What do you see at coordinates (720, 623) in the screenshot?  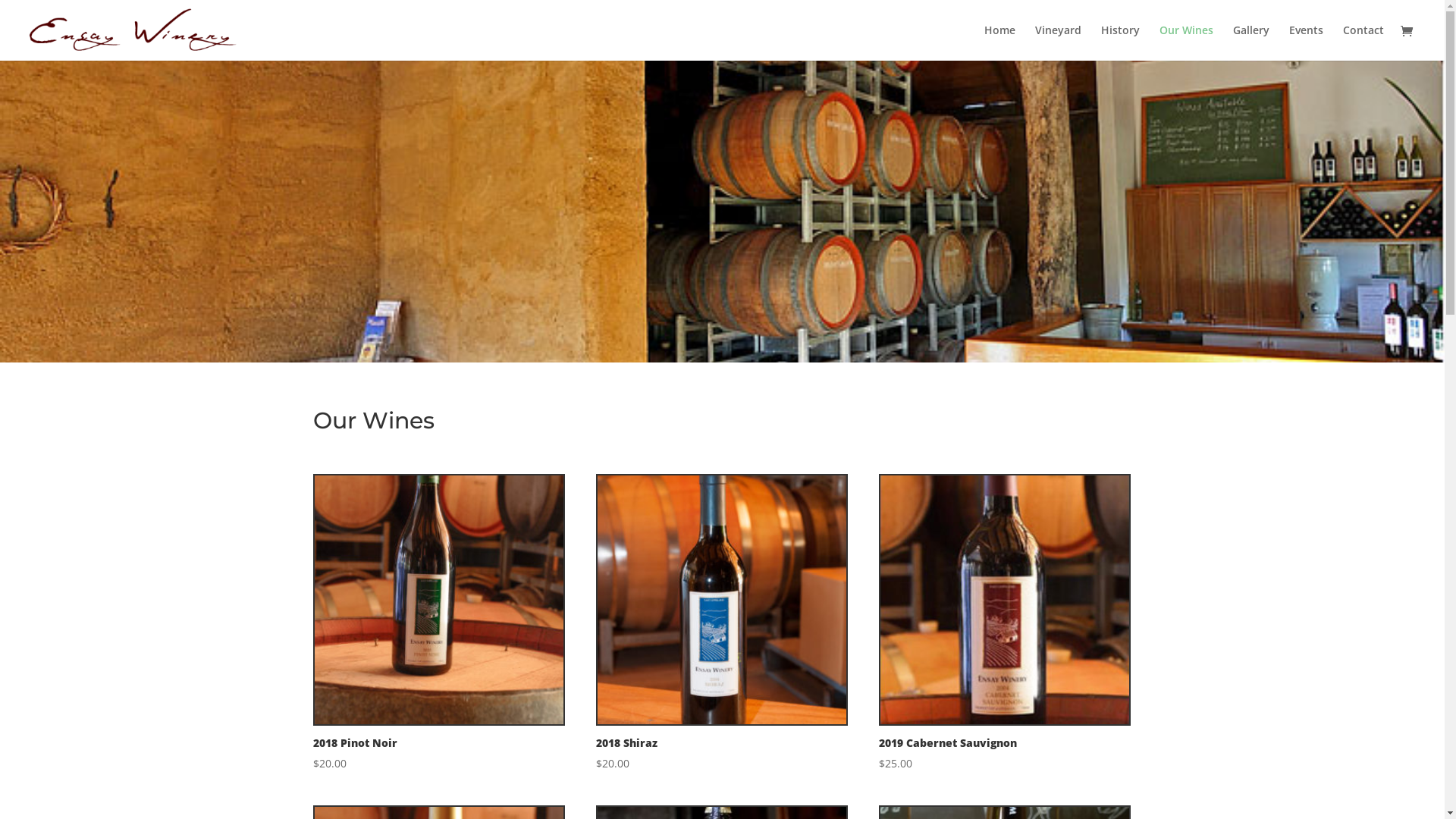 I see `'2018 Shiraz` at bounding box center [720, 623].